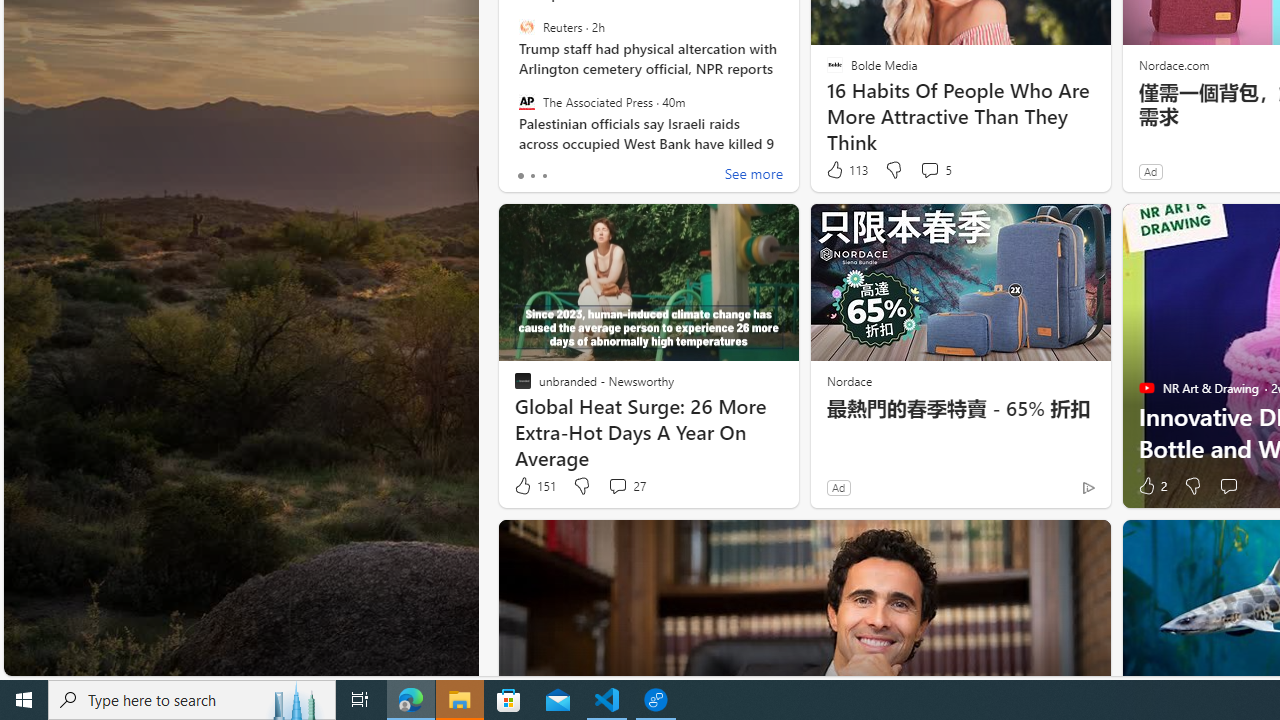 This screenshot has height=720, width=1280. Describe the element at coordinates (934, 169) in the screenshot. I see `'View comments 5 Comment'` at that location.